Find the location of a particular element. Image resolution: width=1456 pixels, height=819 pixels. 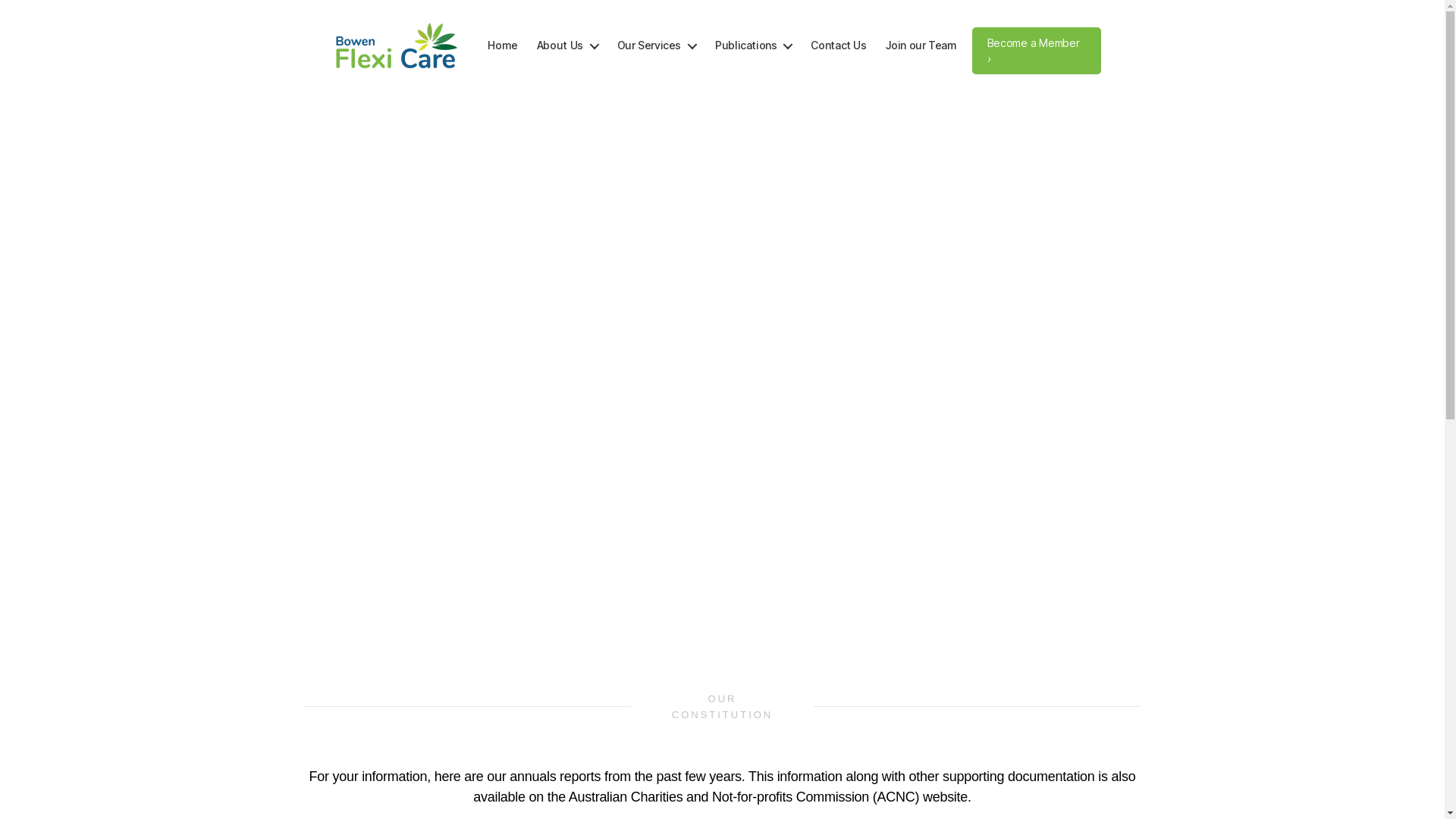

'Contact Us' is located at coordinates (837, 45).